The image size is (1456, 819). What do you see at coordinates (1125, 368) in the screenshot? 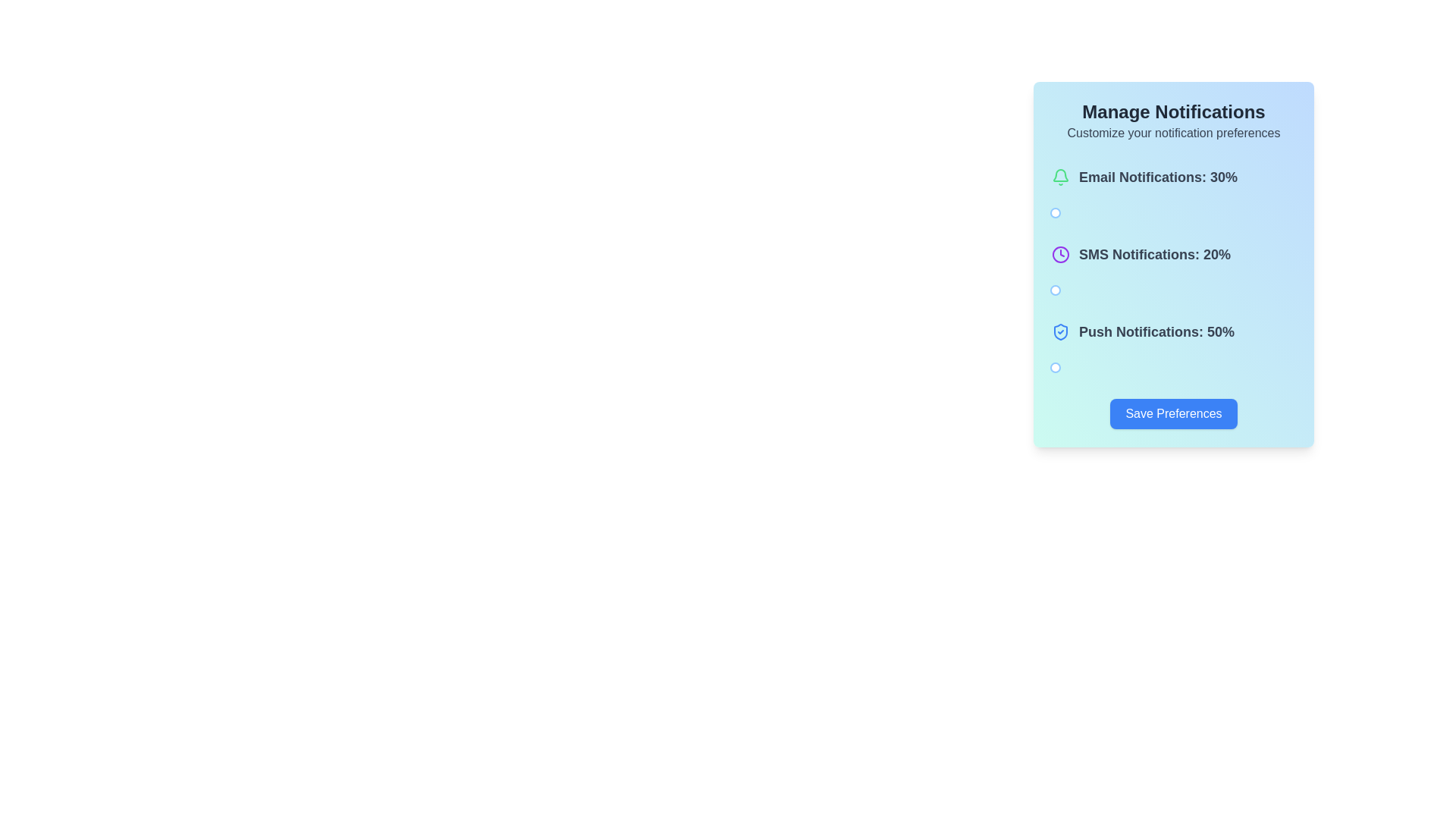
I see `the 'Push Notifications' value` at bounding box center [1125, 368].